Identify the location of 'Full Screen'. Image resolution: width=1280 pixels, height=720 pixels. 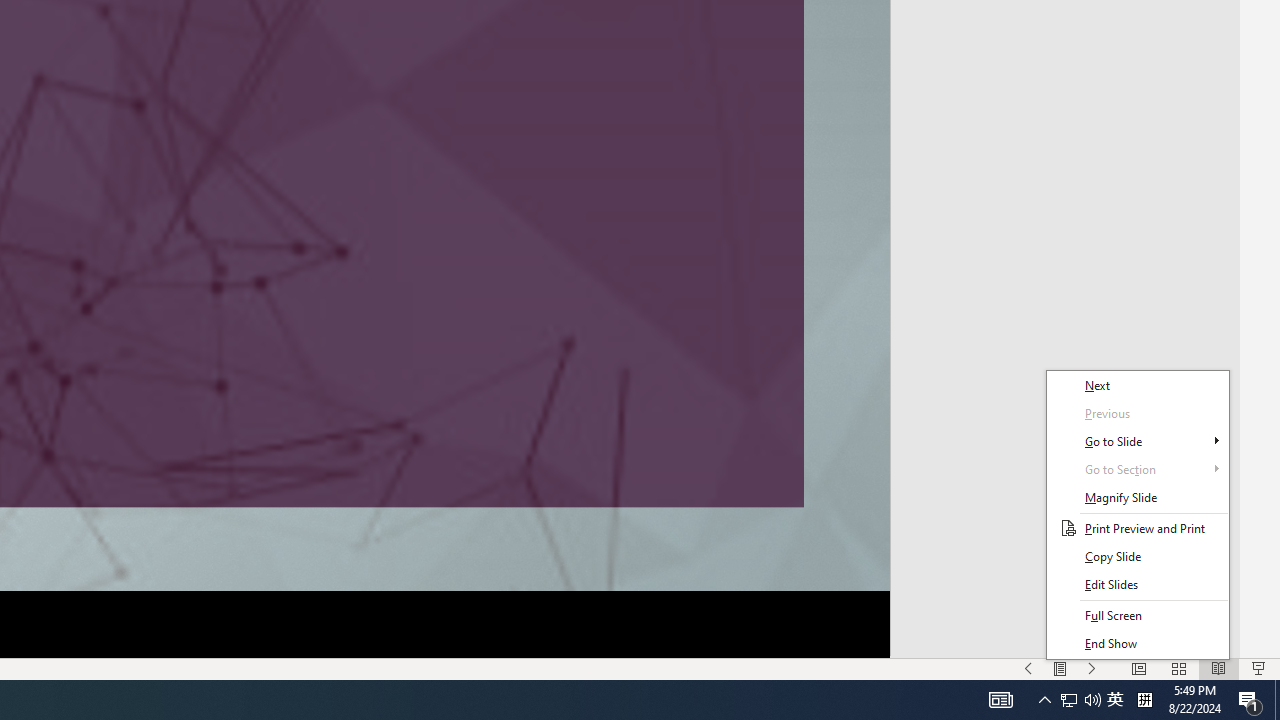
(1137, 614).